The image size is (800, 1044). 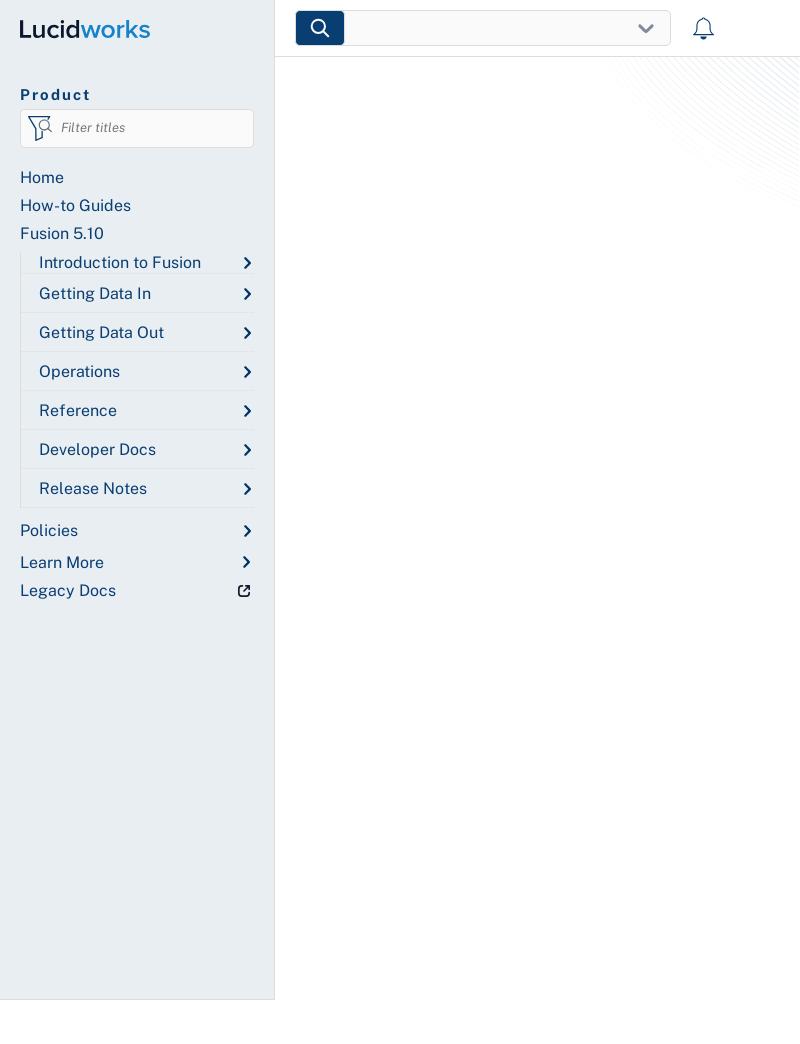 What do you see at coordinates (119, 261) in the screenshot?
I see `'Introduction to Fusion'` at bounding box center [119, 261].